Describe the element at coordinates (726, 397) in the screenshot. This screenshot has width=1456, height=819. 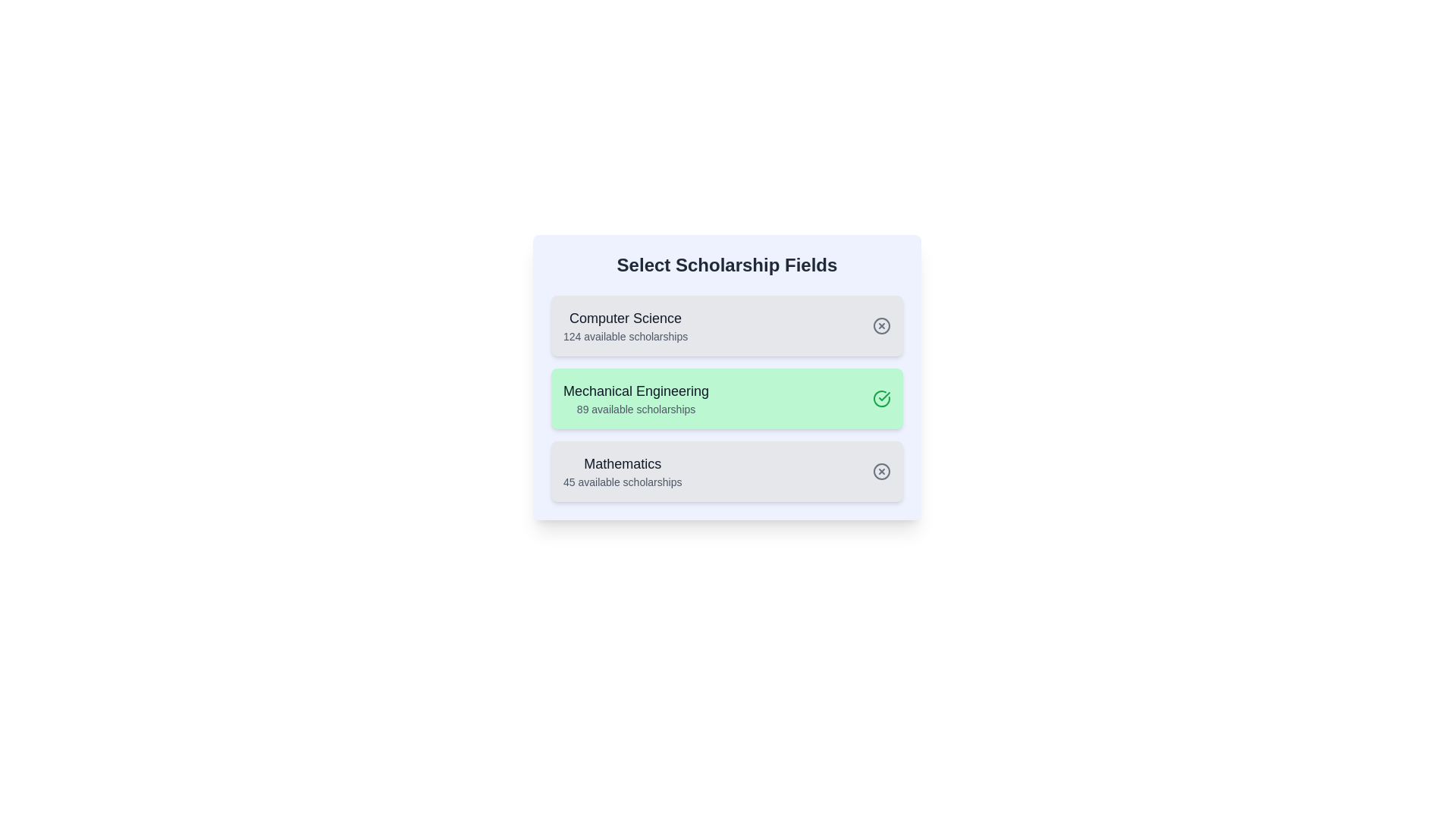
I see `the field Mechanical Engineering by clicking on its card` at that location.